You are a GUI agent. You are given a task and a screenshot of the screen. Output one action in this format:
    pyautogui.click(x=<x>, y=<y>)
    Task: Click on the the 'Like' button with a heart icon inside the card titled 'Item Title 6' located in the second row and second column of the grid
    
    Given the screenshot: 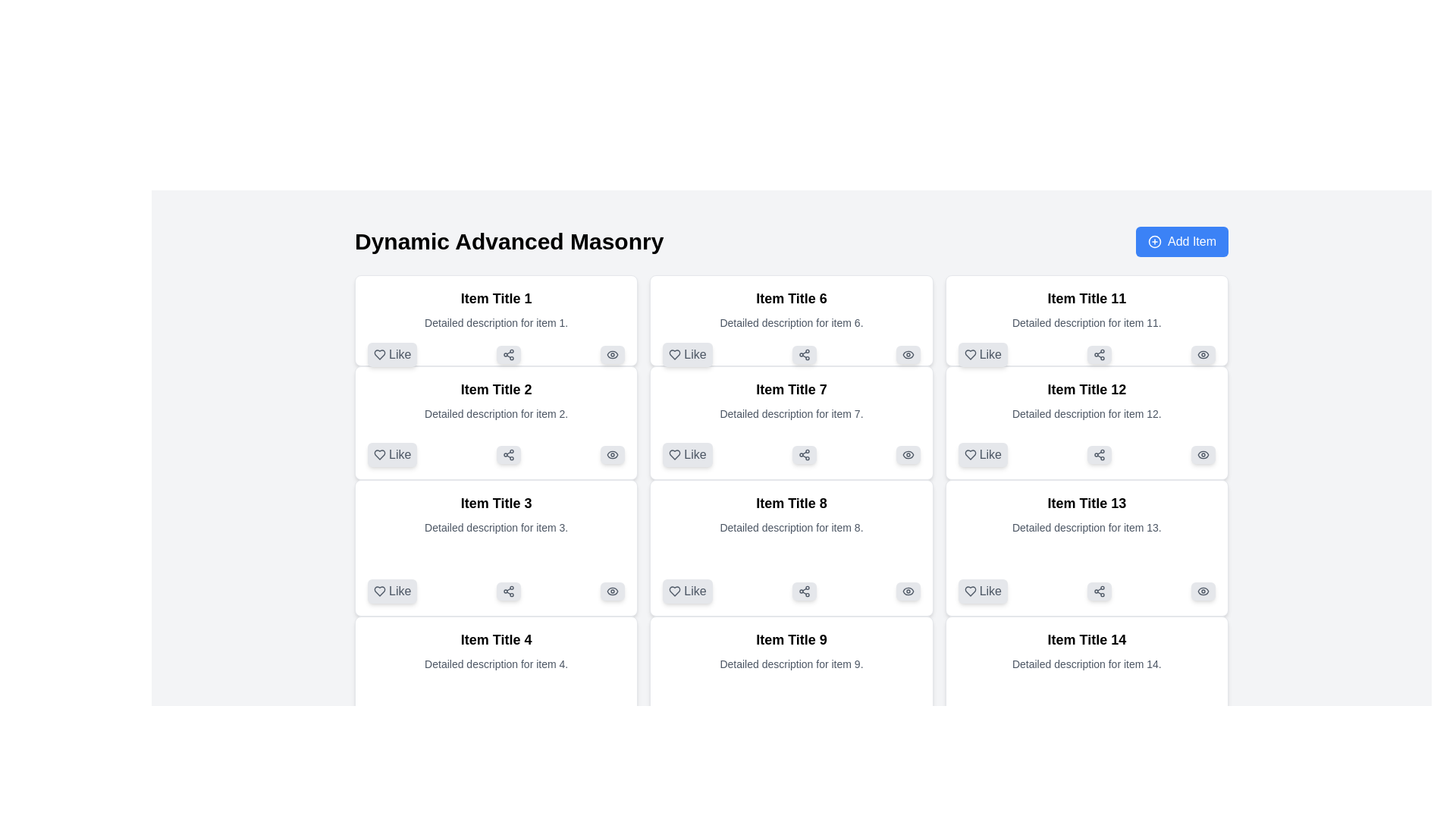 What is the action you would take?
    pyautogui.click(x=687, y=354)
    